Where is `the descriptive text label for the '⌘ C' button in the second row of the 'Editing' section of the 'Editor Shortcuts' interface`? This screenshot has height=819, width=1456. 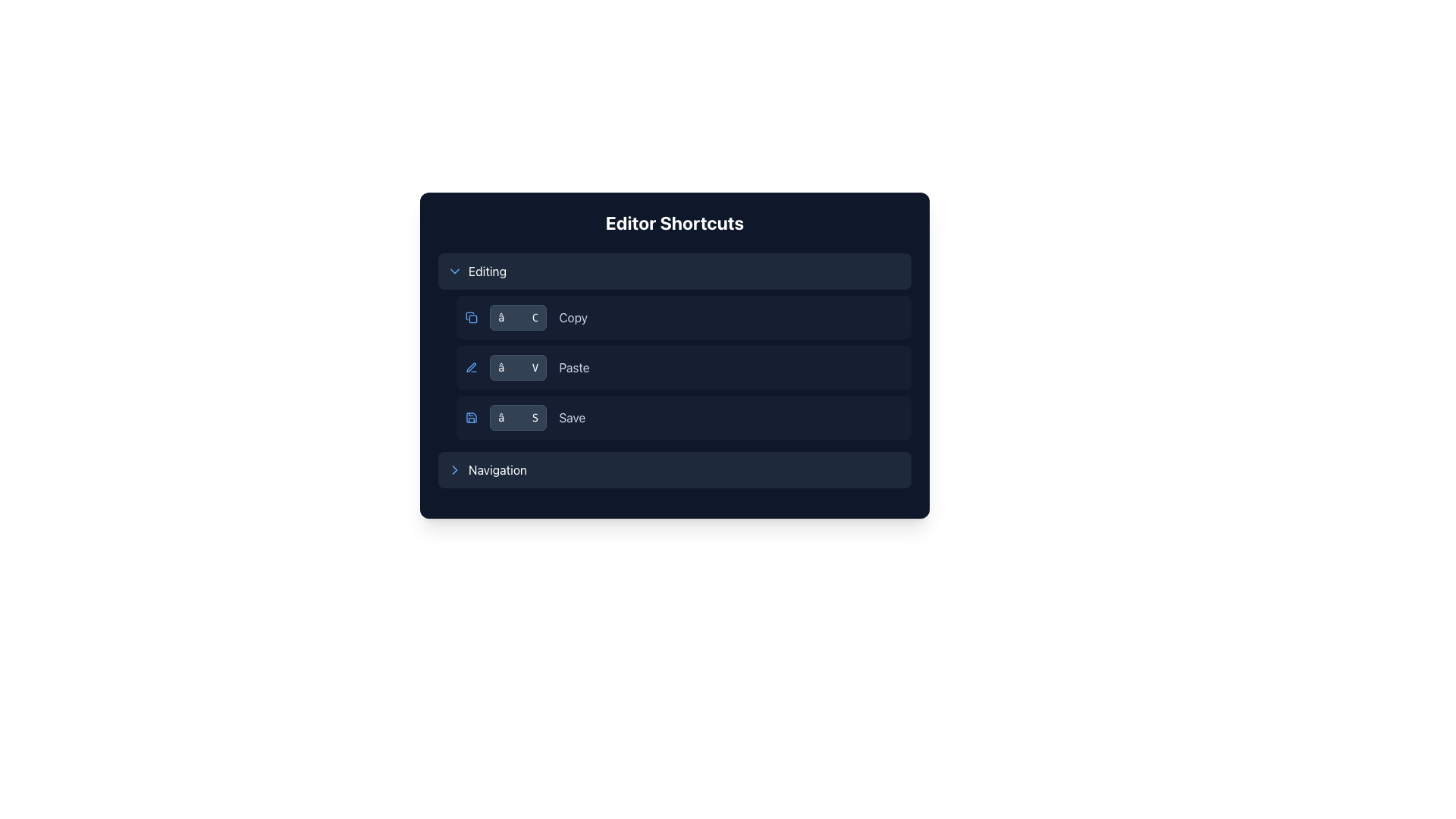
the descriptive text label for the '⌘ C' button in the second row of the 'Editing' section of the 'Editor Shortcuts' interface is located at coordinates (573, 317).